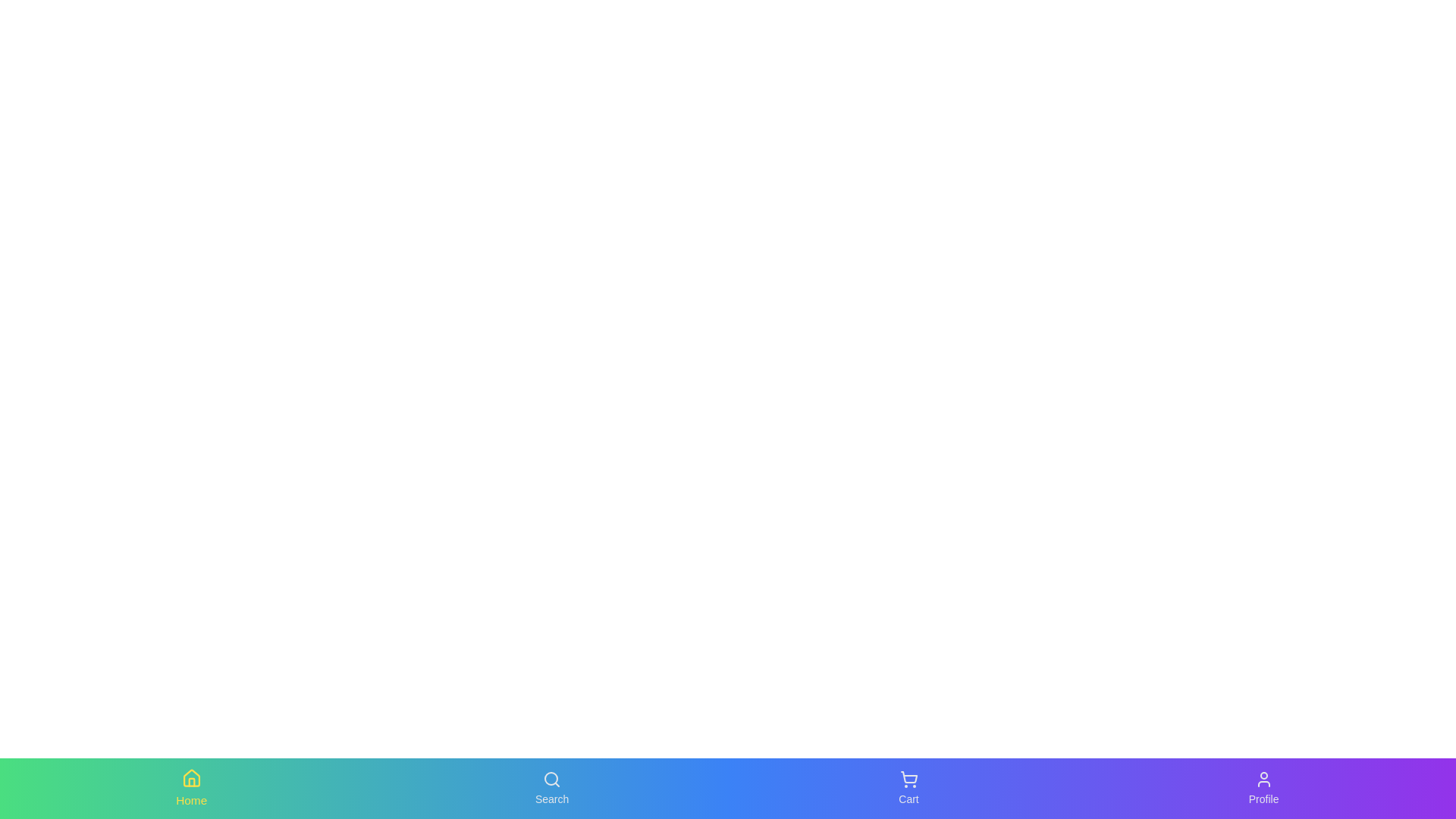  Describe the element at coordinates (1263, 780) in the screenshot. I see `the SVG icon depicting a user located in the bottom right corner of the interface above the 'Profile' text` at that location.